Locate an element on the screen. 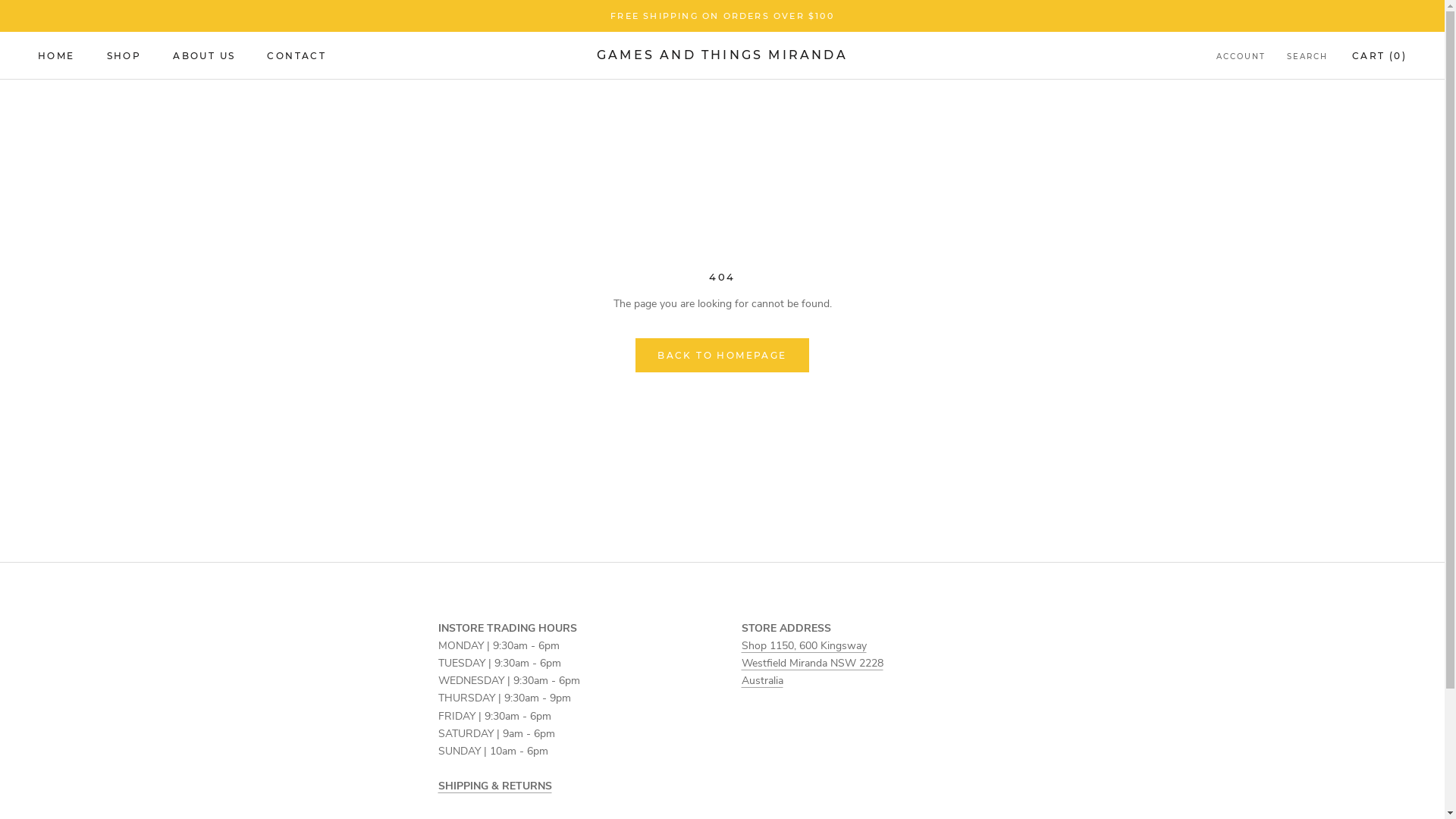 This screenshot has height=819, width=1456. 'GAMES AND THINGS MIRANDA' is located at coordinates (721, 55).